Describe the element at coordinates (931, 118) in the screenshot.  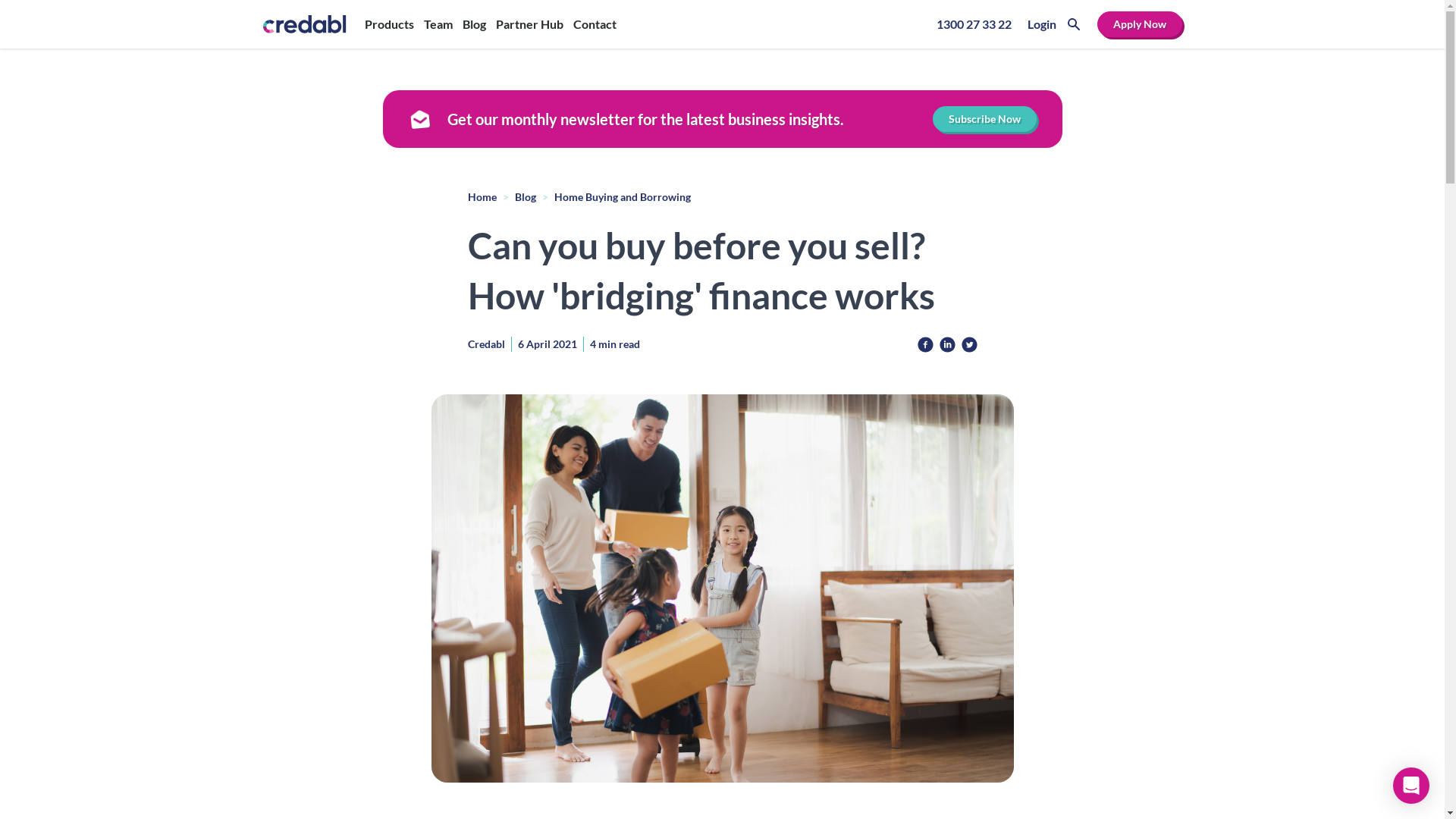
I see `'Subscribe Now'` at that location.